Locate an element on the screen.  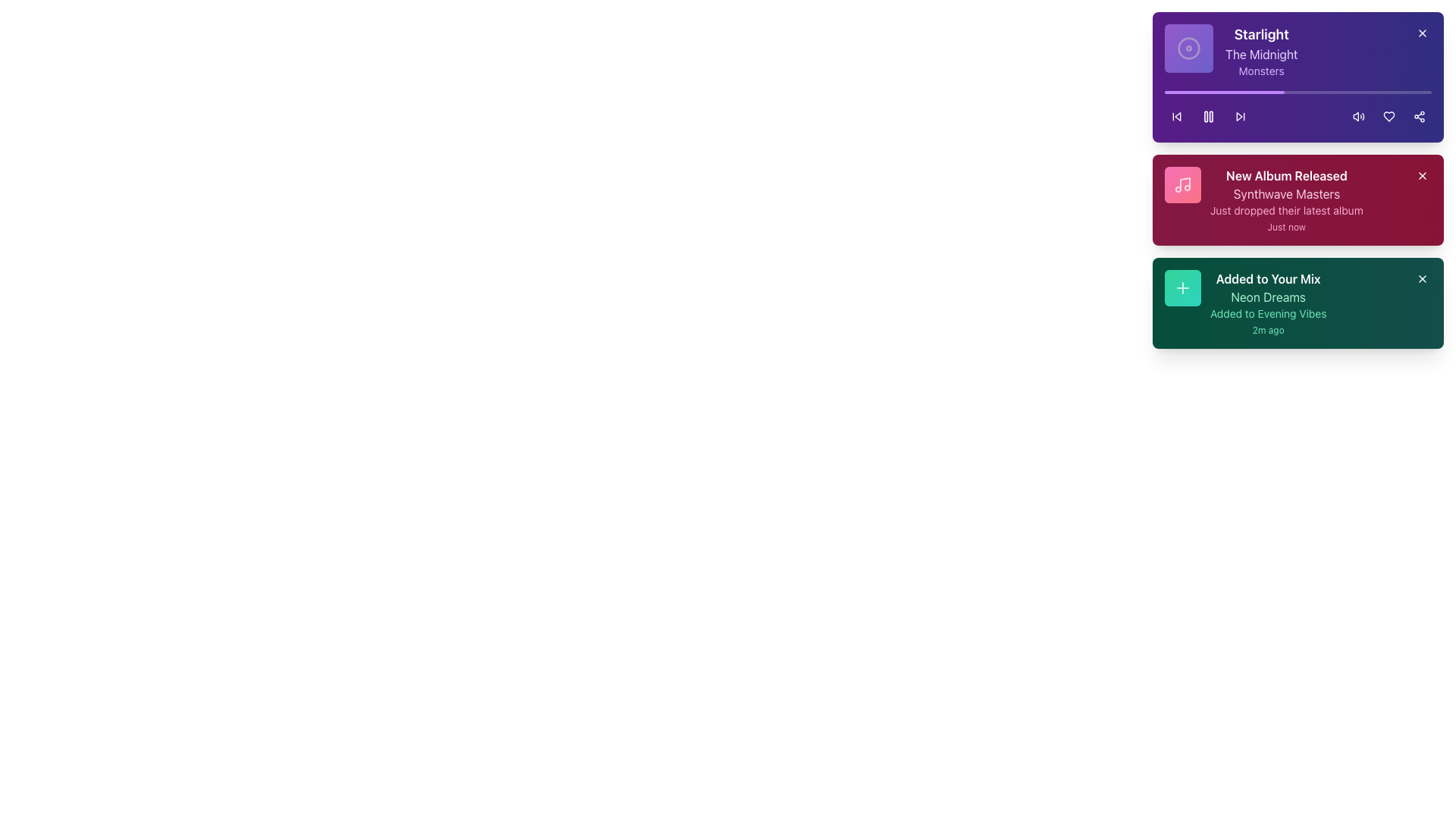
the heart icon, which is styled with a white outline against a purple background and is positioned as the middle icon in a horizontal arrangement of three icons, to like the item is located at coordinates (1389, 116).